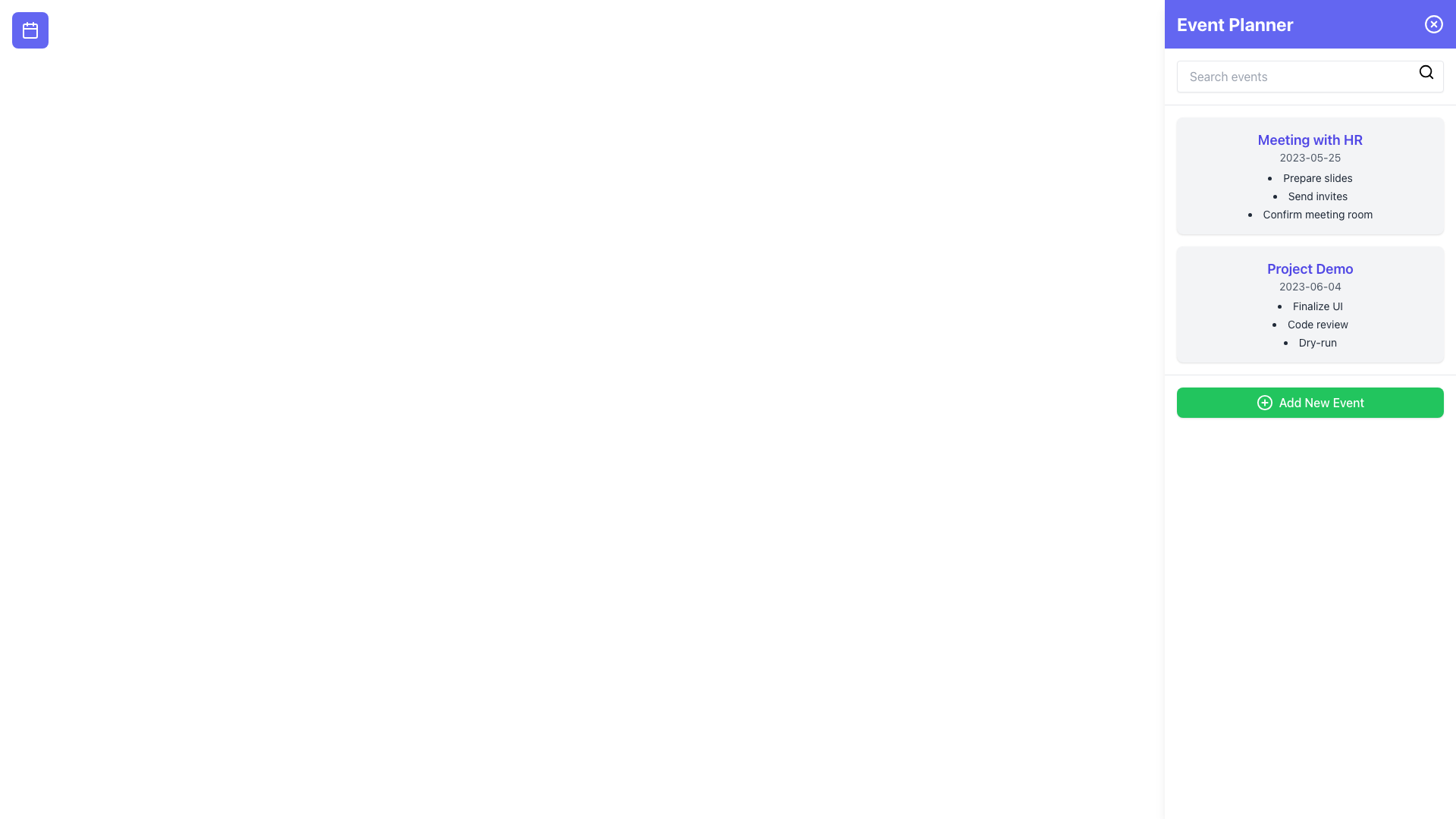 The image size is (1456, 819). What do you see at coordinates (1310, 195) in the screenshot?
I see `items from the vertical list under the 'Meeting with HR' section, which includes 'Prepare slides,' 'Send invites,' and 'Confirm meeting room.'` at bounding box center [1310, 195].